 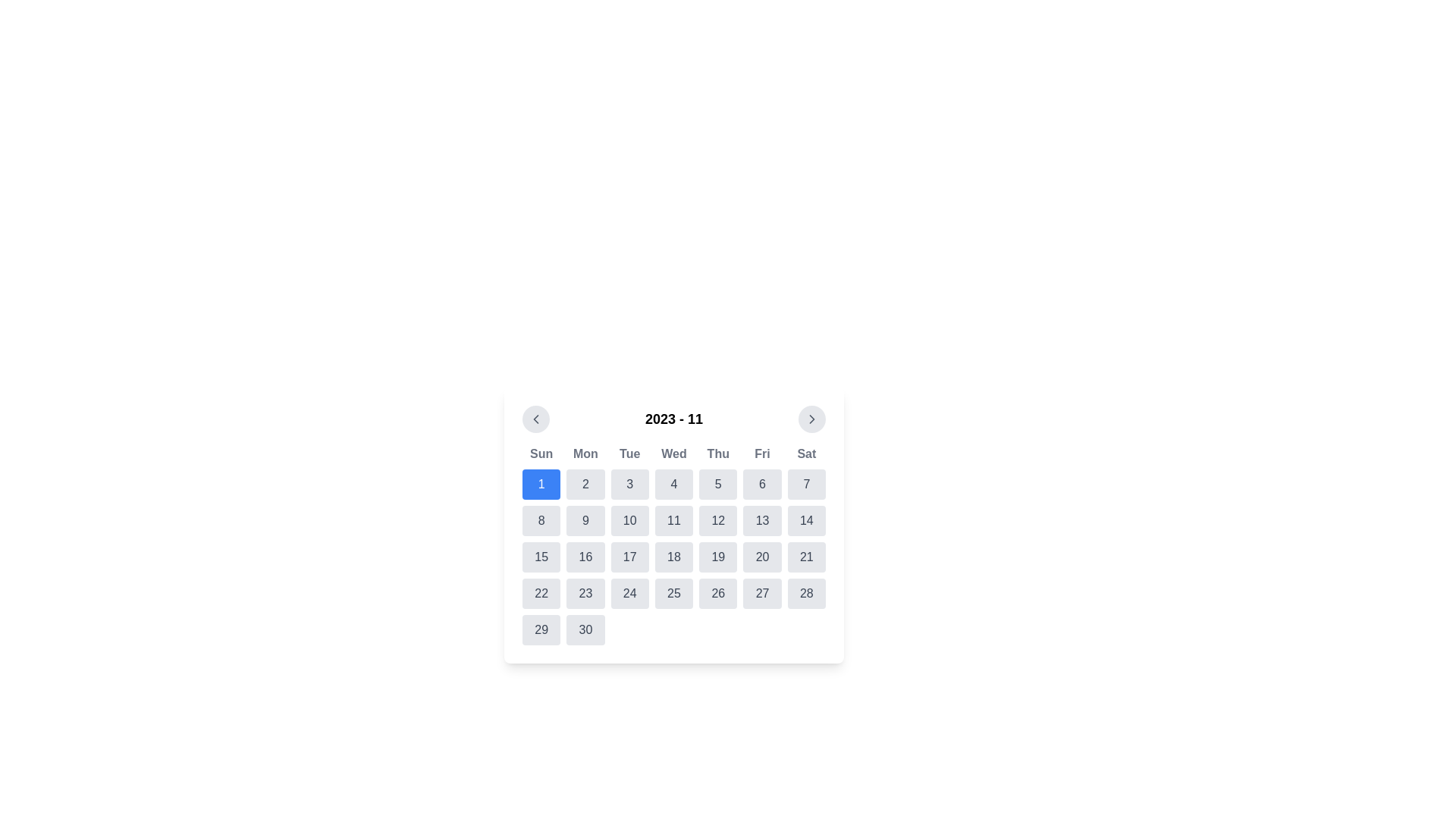 What do you see at coordinates (585, 629) in the screenshot?
I see `the button displaying the number '30' with a light gray background` at bounding box center [585, 629].